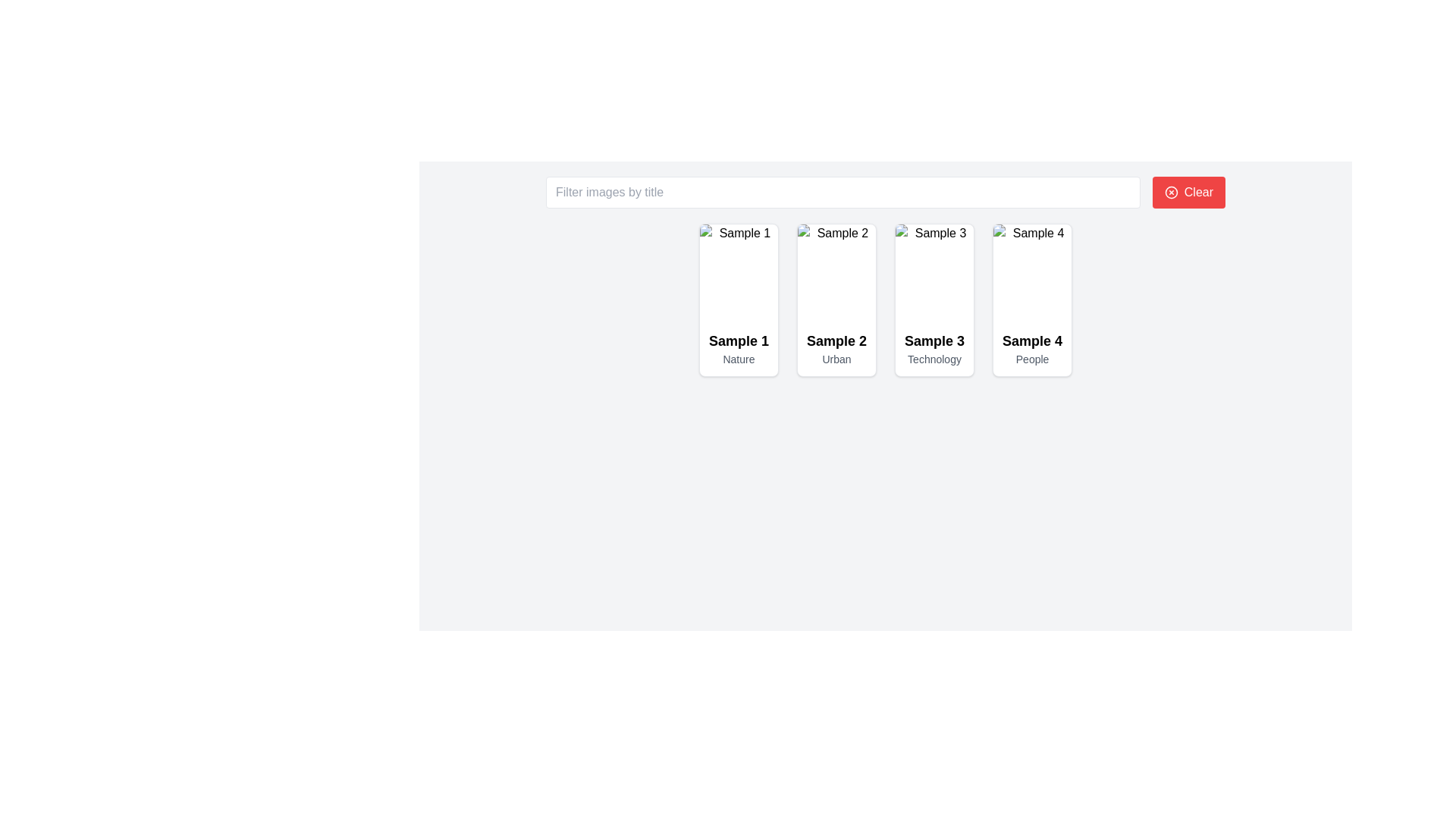 The image size is (1456, 819). I want to click on the first card in the grid layout, so click(739, 300).